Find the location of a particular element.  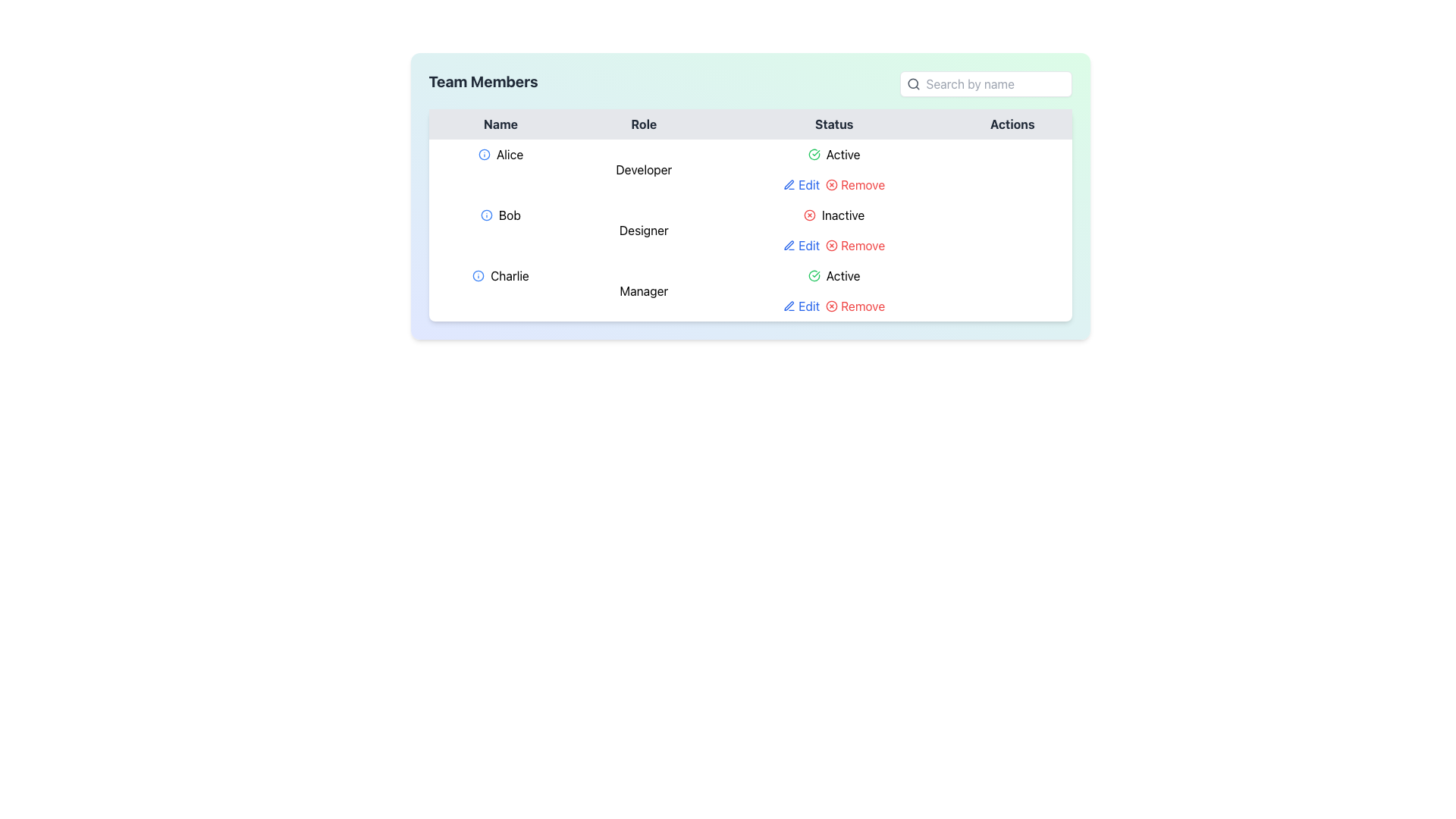

the 'Name' label, which is the first item in the grid header with a grey background and dark text is located at coordinates (500, 124).